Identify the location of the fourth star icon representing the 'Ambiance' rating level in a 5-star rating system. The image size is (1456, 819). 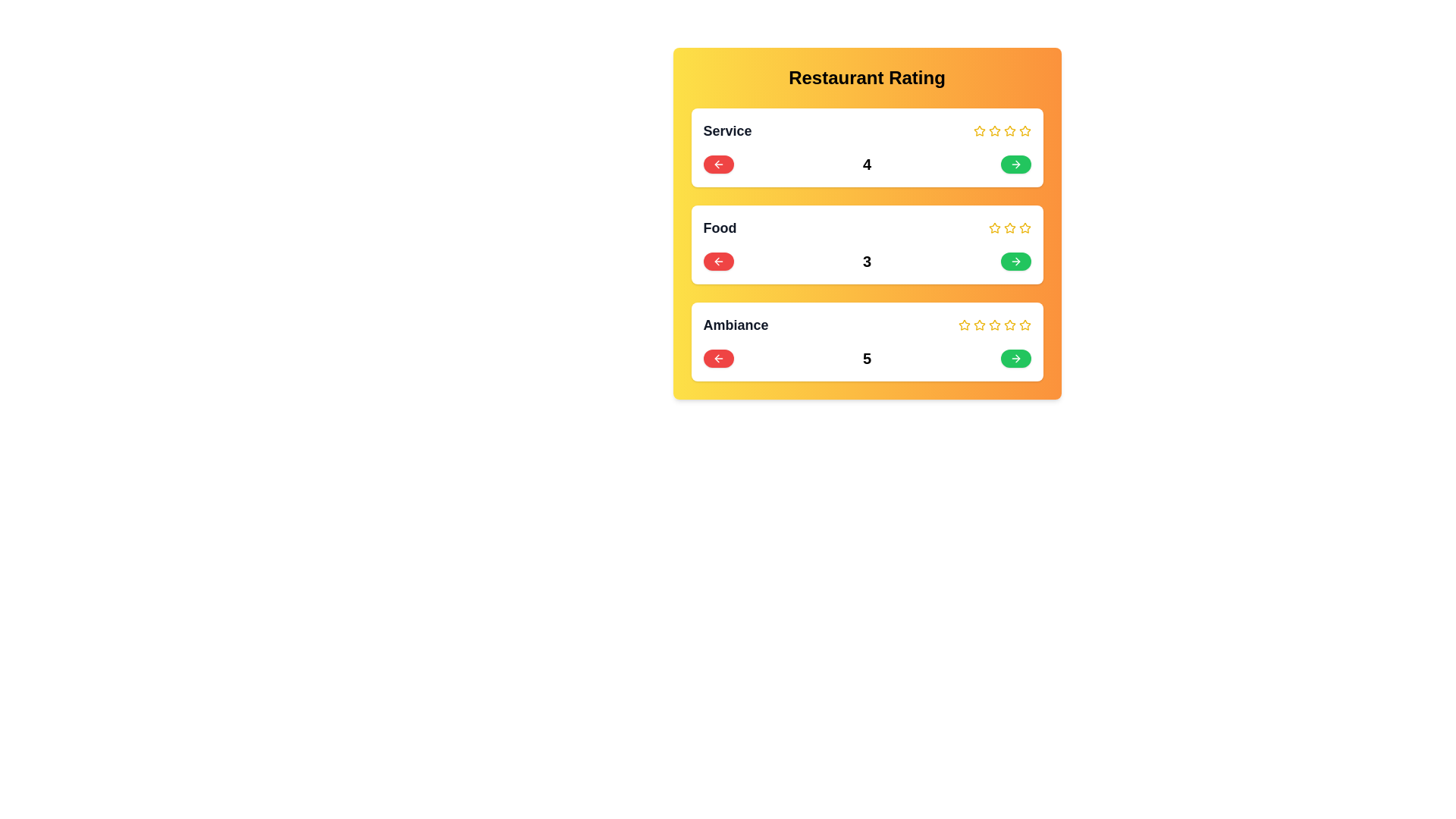
(994, 324).